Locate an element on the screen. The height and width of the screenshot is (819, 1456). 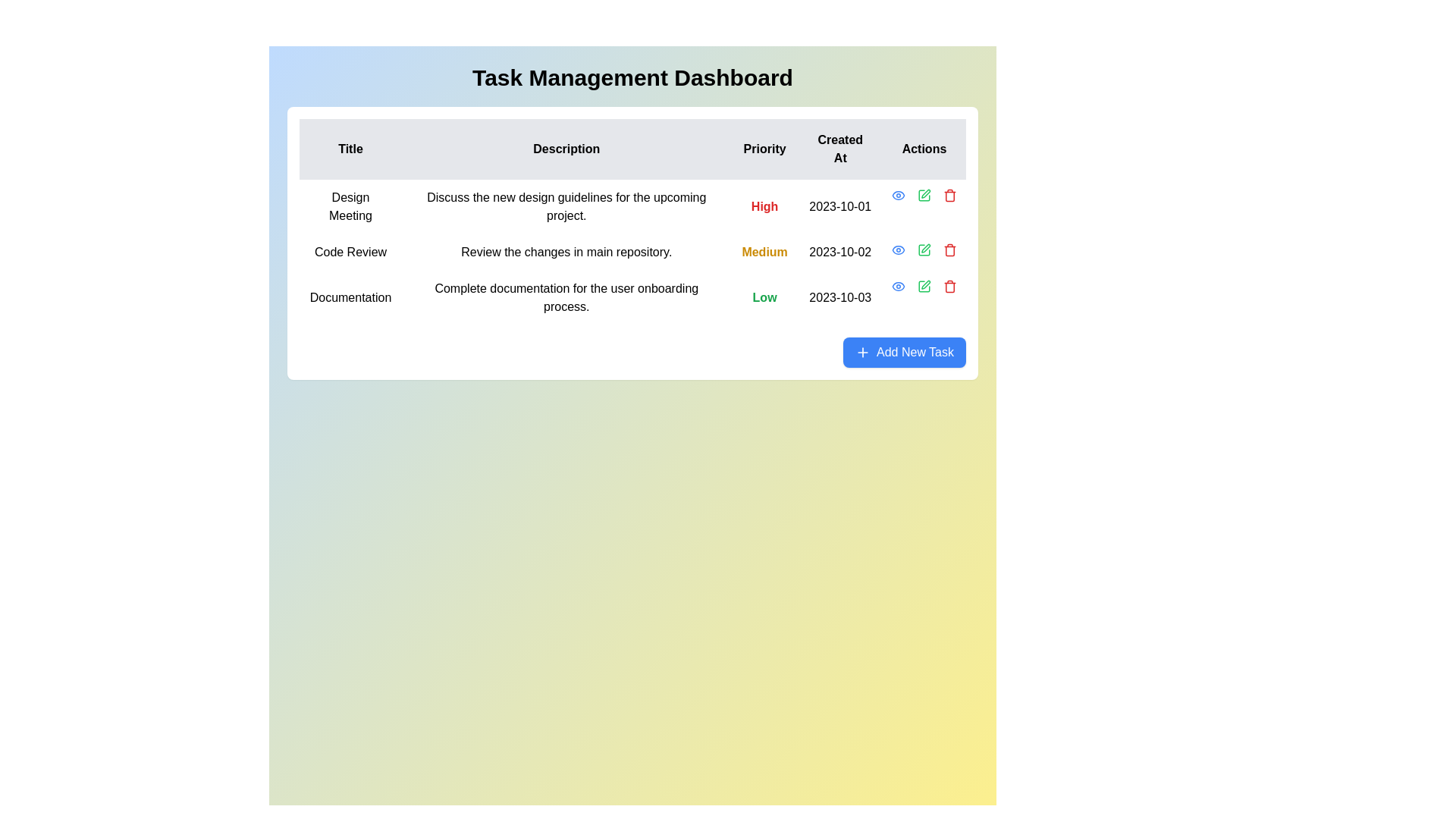
the text label displaying 'Created At' in the header row of the table, which is located between the 'Priority' and 'Actions' headers is located at coordinates (839, 149).